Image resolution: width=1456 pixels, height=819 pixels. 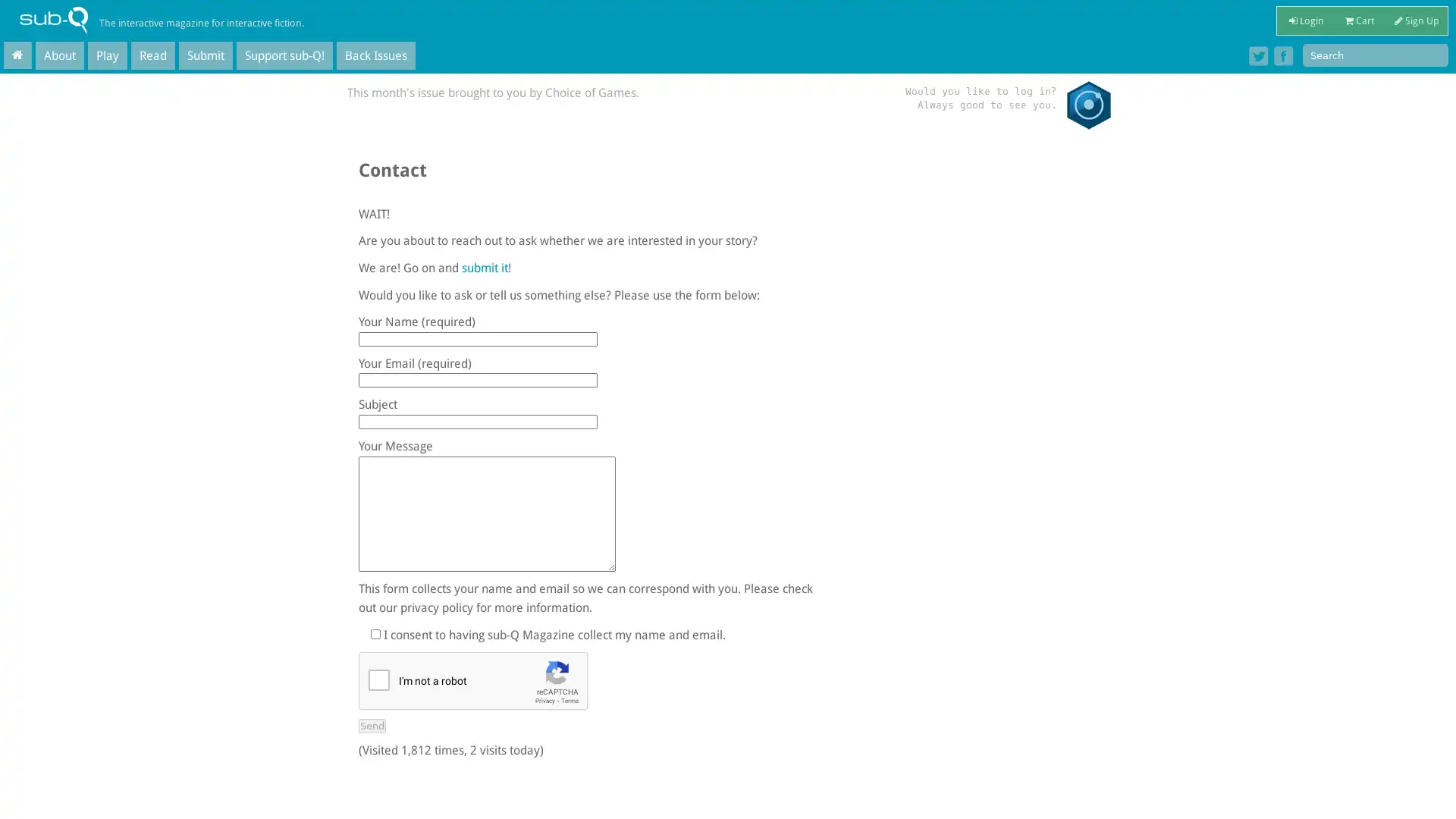 I want to click on Send, so click(x=371, y=725).